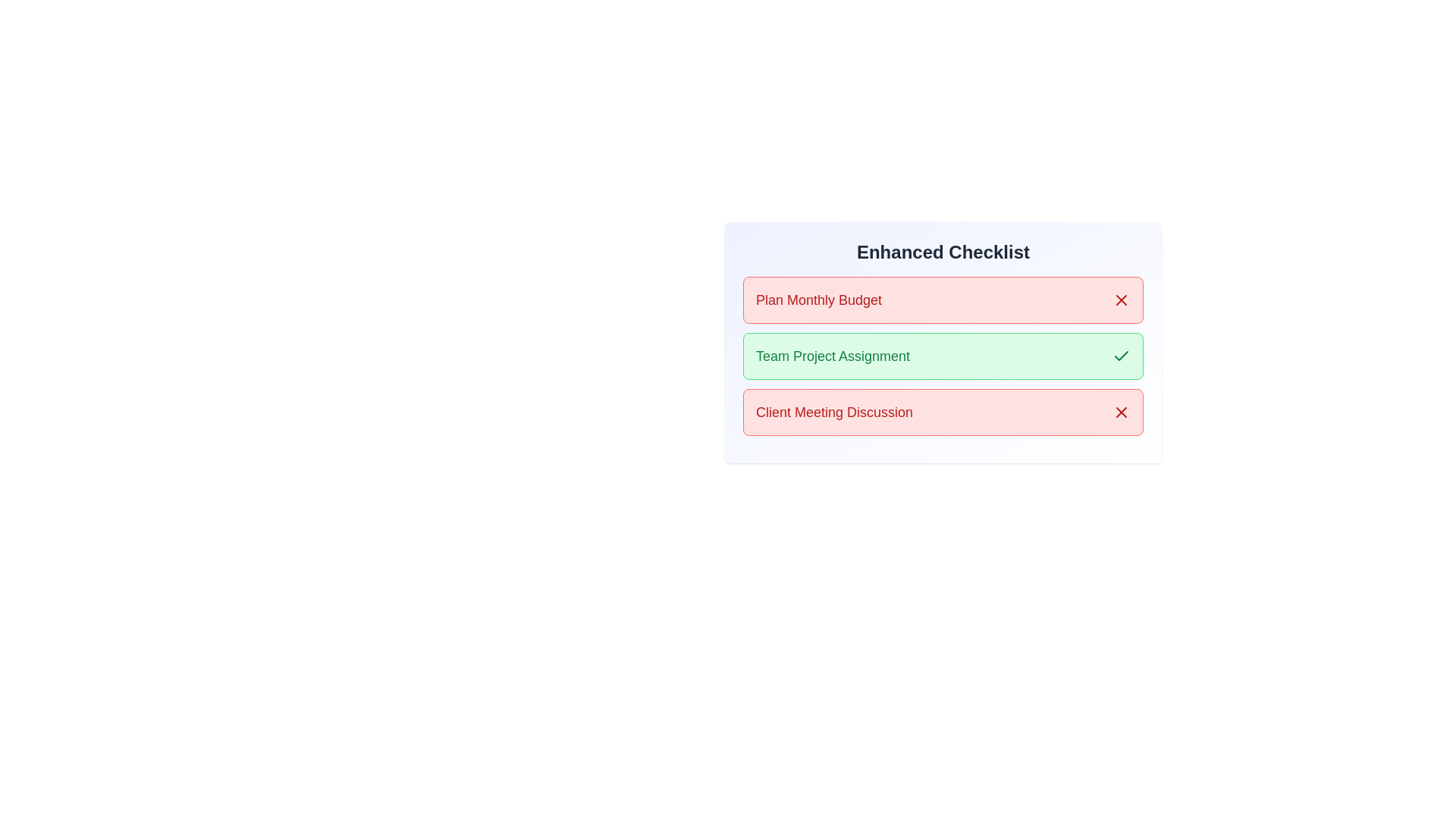 This screenshot has height=819, width=1456. I want to click on the status of the check icon with a green outline located at the right edge of the 'Team Project Assignment' item in the Enhanced Checklist, so click(1121, 356).